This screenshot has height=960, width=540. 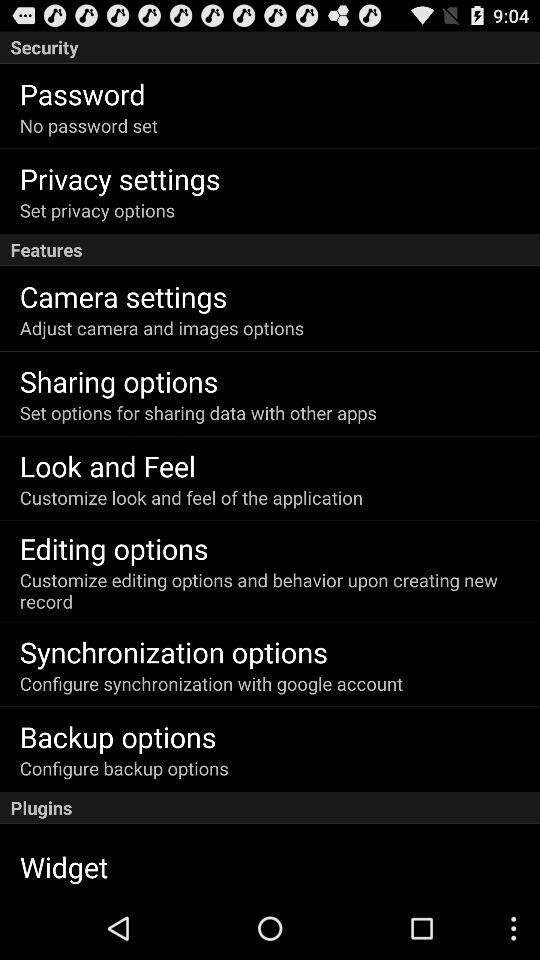 I want to click on the privacy settings, so click(x=120, y=177).